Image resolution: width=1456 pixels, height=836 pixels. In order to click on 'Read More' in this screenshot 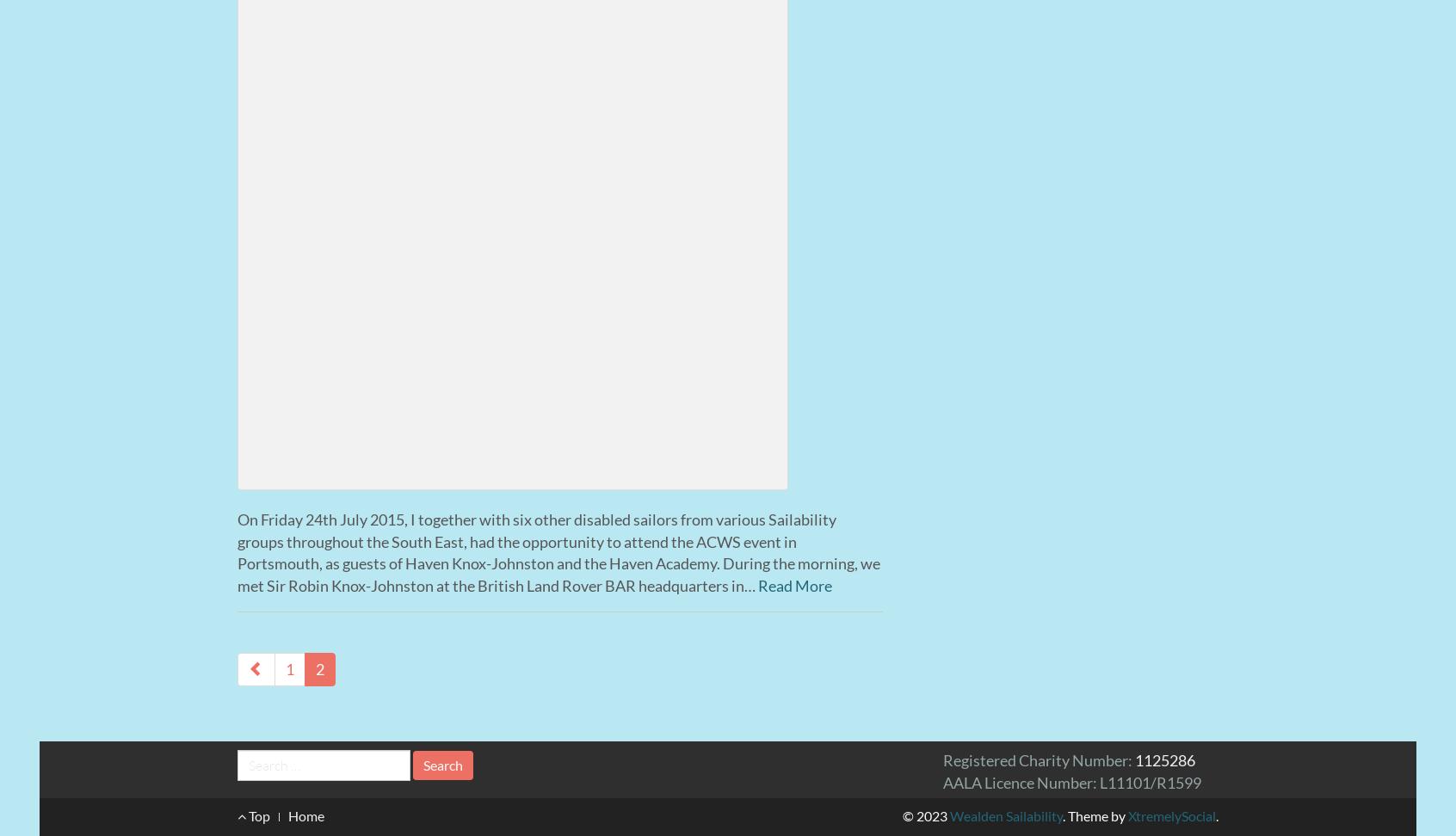, I will do `click(795, 584)`.